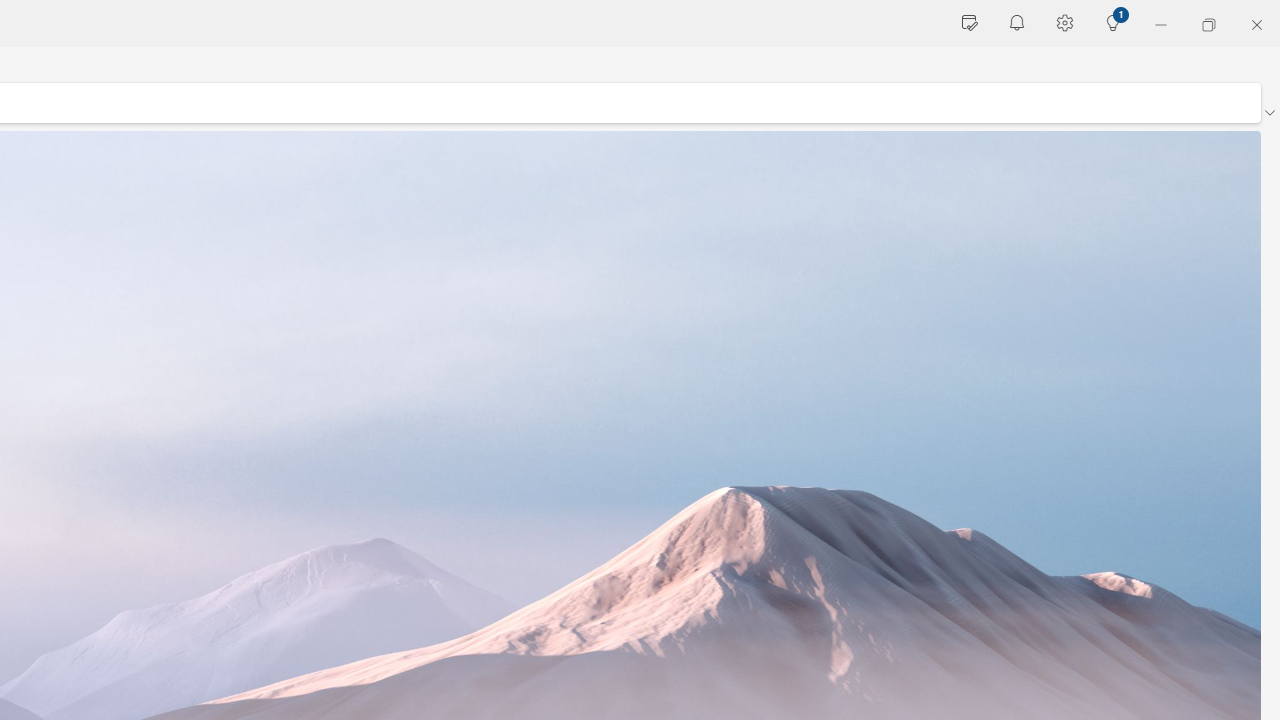  Describe the element at coordinates (1268, 113) in the screenshot. I see `'Ribbon display options'` at that location.